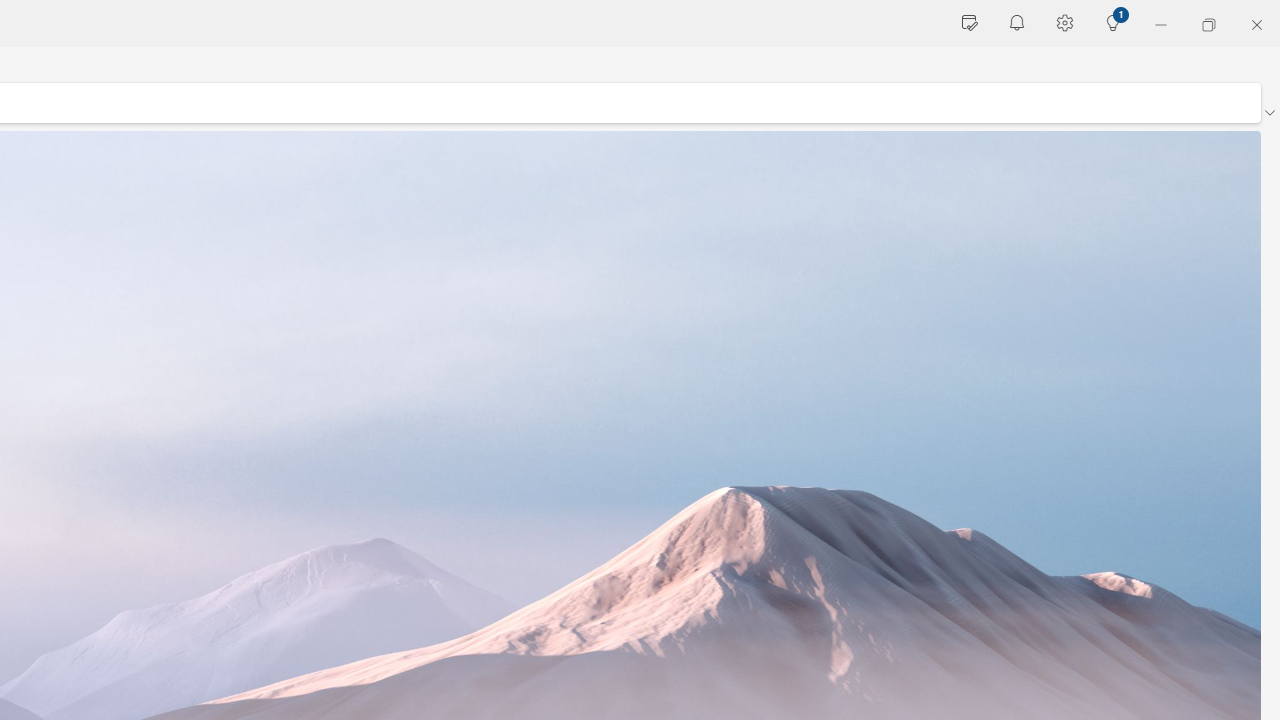  Describe the element at coordinates (1268, 113) in the screenshot. I see `'Ribbon display options'` at that location.